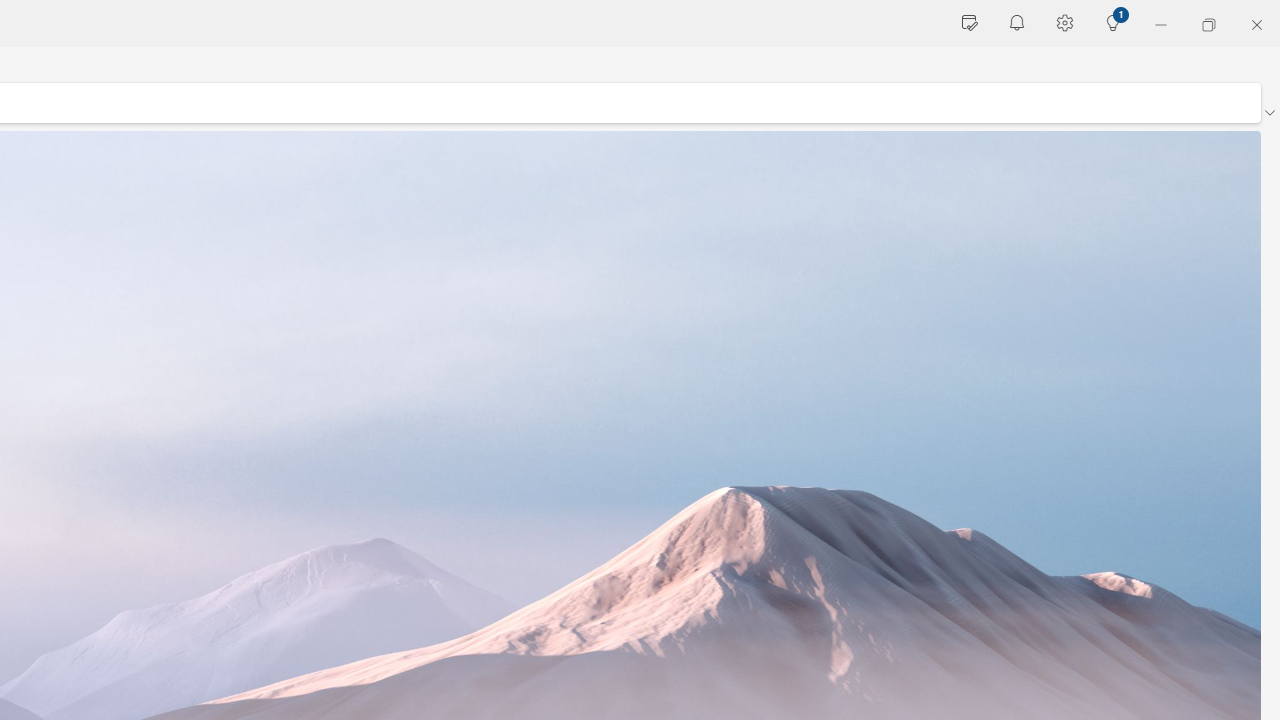  Describe the element at coordinates (1268, 113) in the screenshot. I see `'Ribbon display options'` at that location.